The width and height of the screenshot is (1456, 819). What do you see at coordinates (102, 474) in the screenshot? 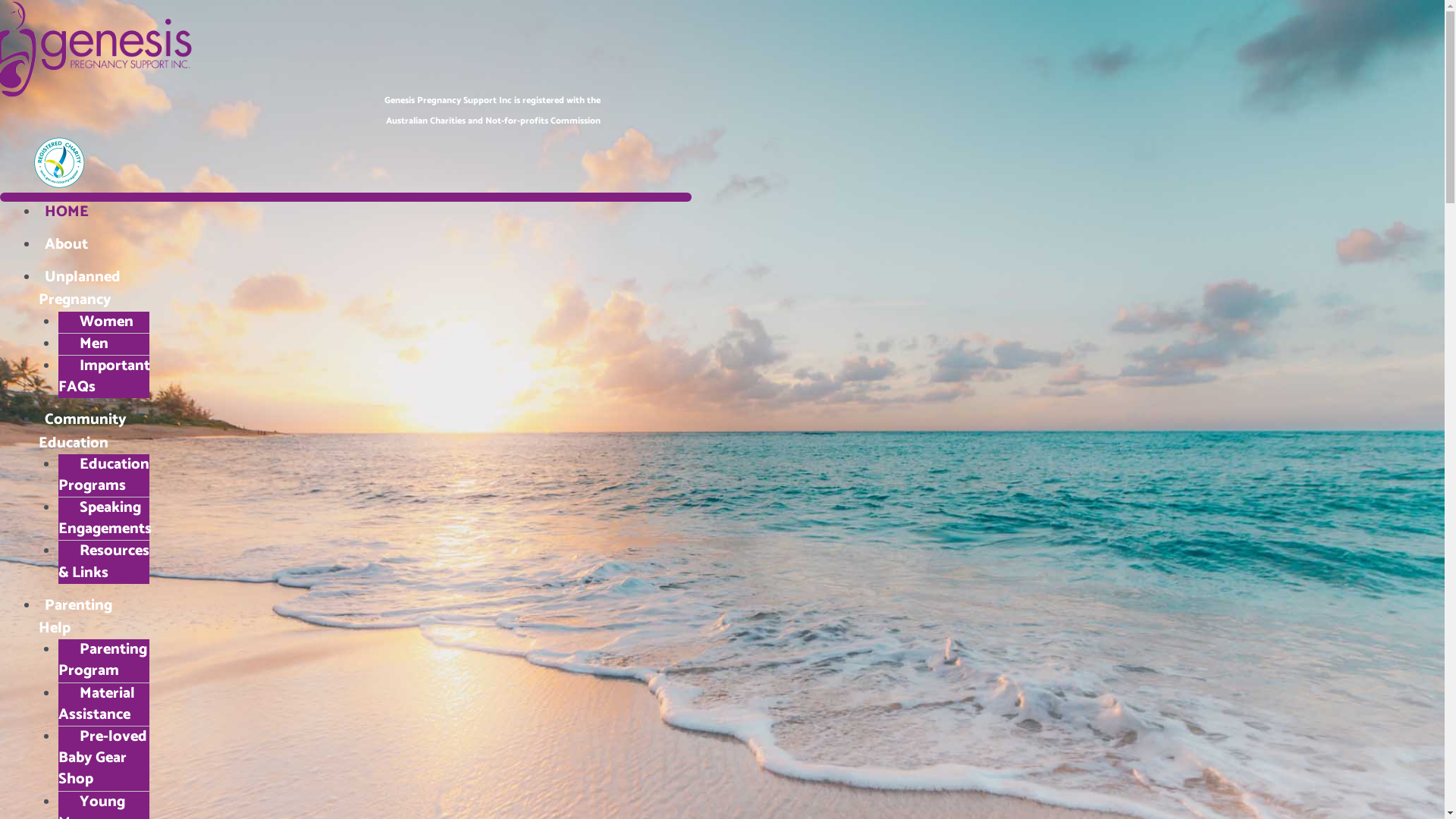
I see `'Education` at bounding box center [102, 474].